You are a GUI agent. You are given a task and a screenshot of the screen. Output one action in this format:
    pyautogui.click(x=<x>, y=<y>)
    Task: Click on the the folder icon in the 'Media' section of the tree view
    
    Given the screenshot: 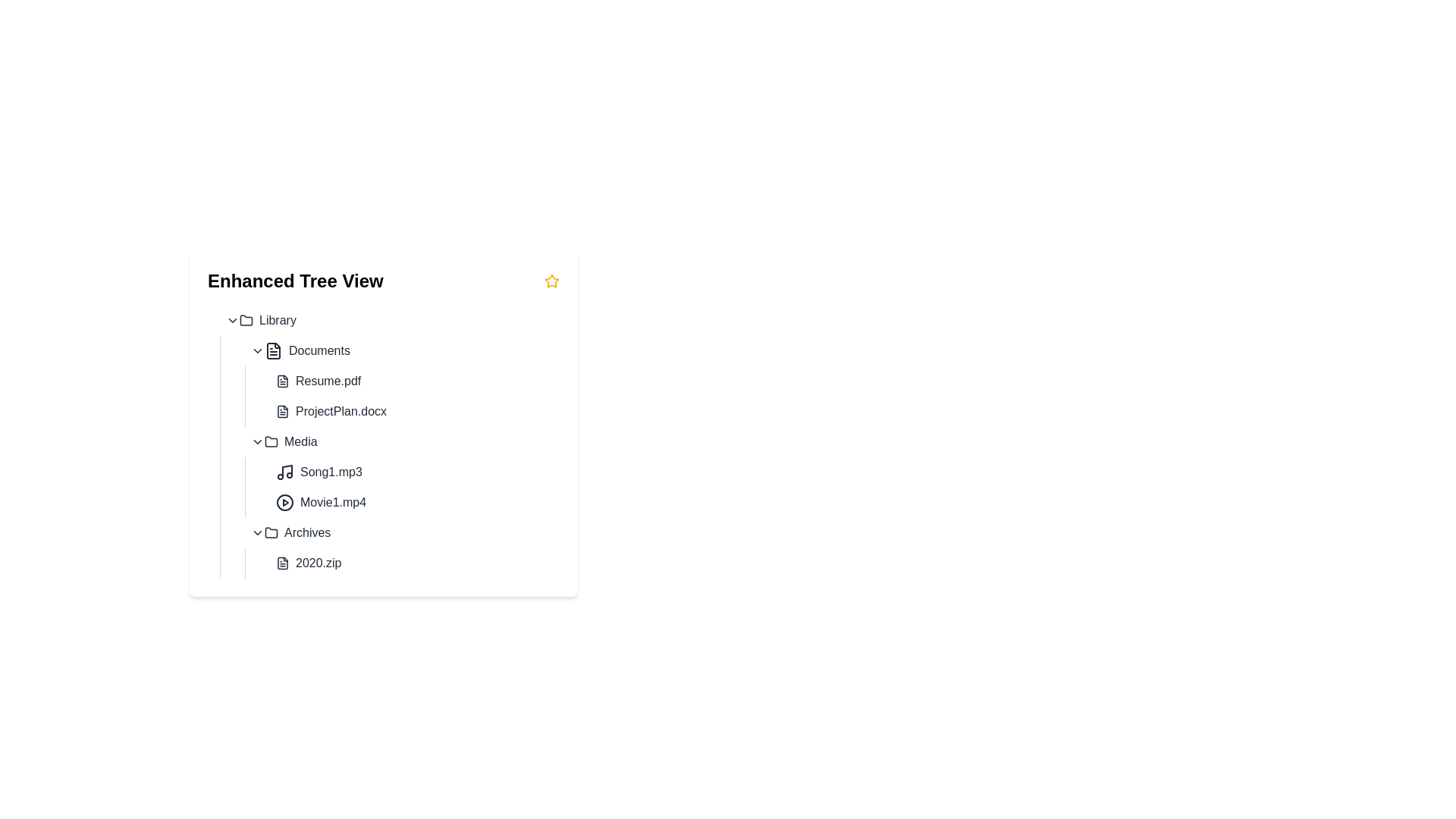 What is the action you would take?
    pyautogui.click(x=271, y=441)
    